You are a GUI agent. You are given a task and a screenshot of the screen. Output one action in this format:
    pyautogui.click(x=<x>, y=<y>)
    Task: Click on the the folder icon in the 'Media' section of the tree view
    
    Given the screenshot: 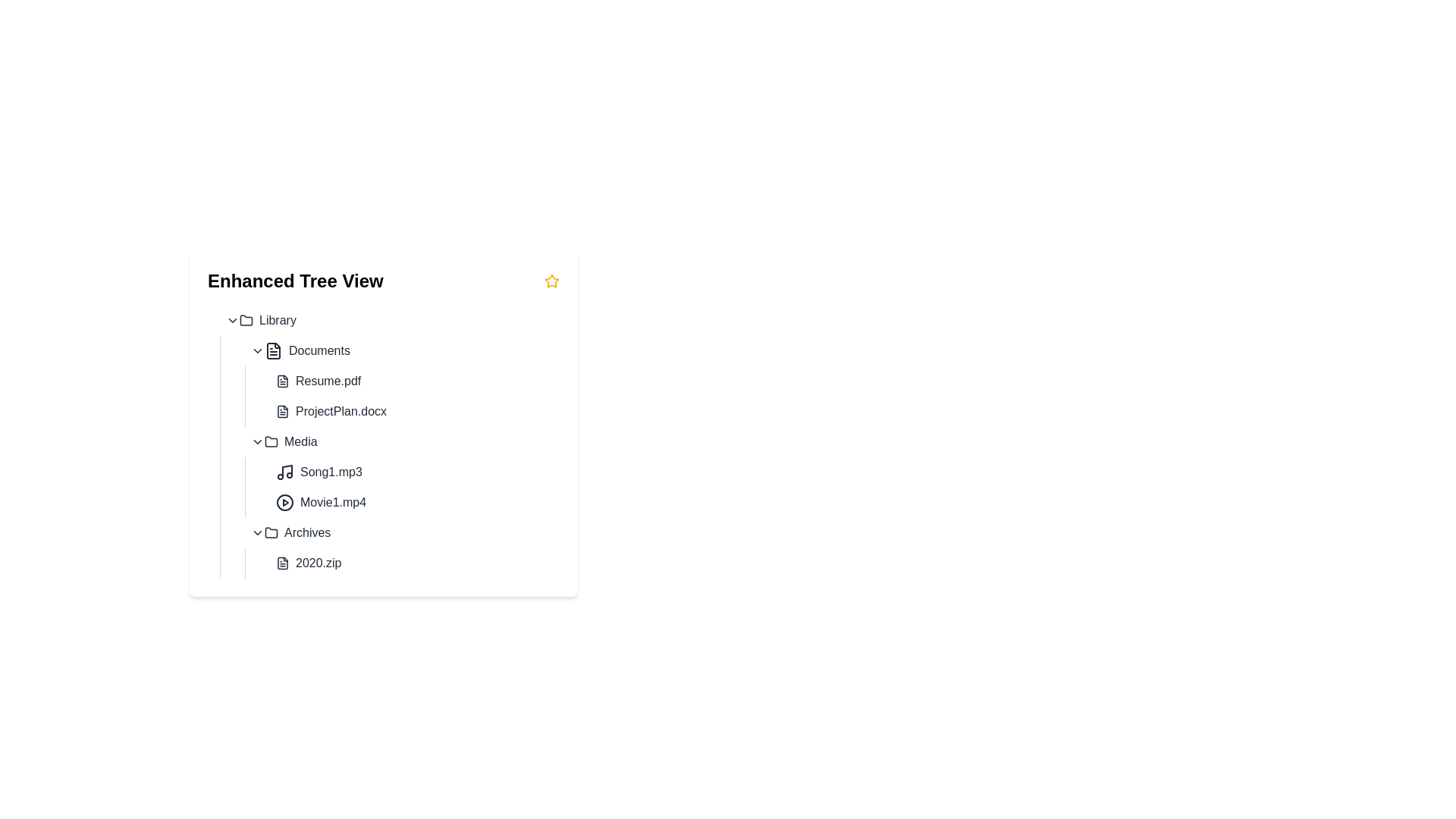 What is the action you would take?
    pyautogui.click(x=271, y=441)
    